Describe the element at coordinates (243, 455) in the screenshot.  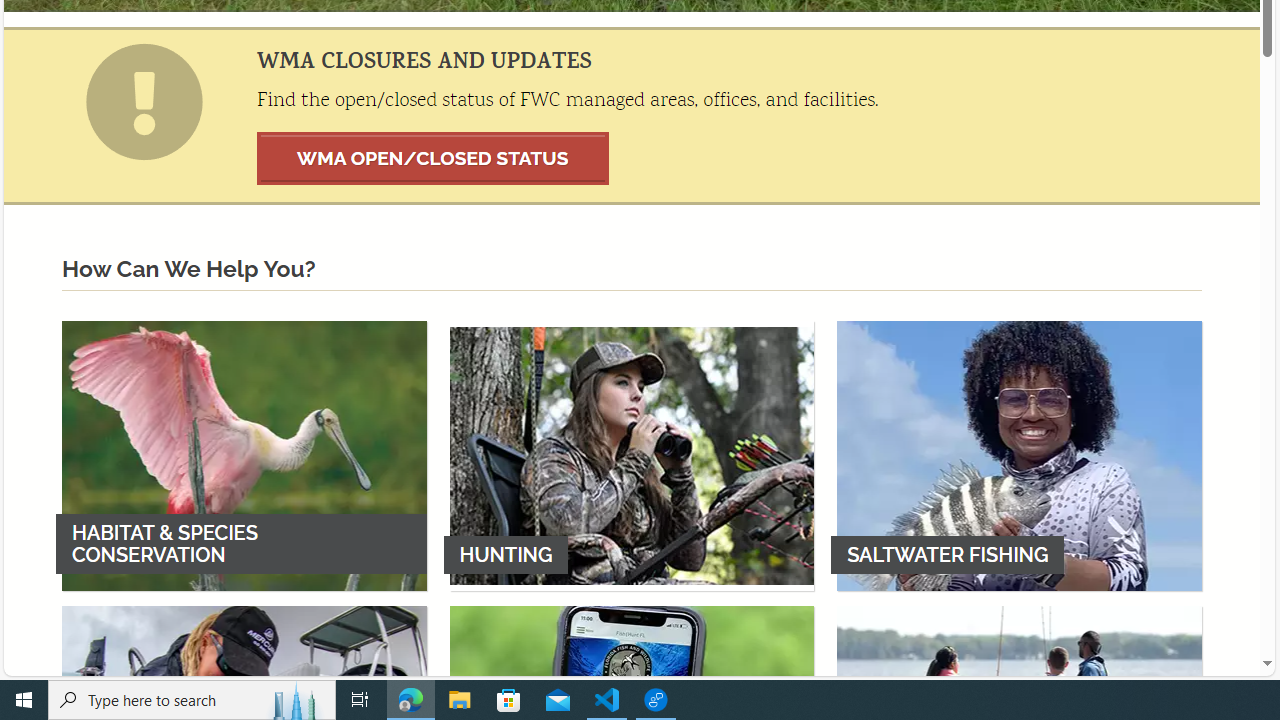
I see `'HABITAT & SPECIES CONSERVATION'` at that location.